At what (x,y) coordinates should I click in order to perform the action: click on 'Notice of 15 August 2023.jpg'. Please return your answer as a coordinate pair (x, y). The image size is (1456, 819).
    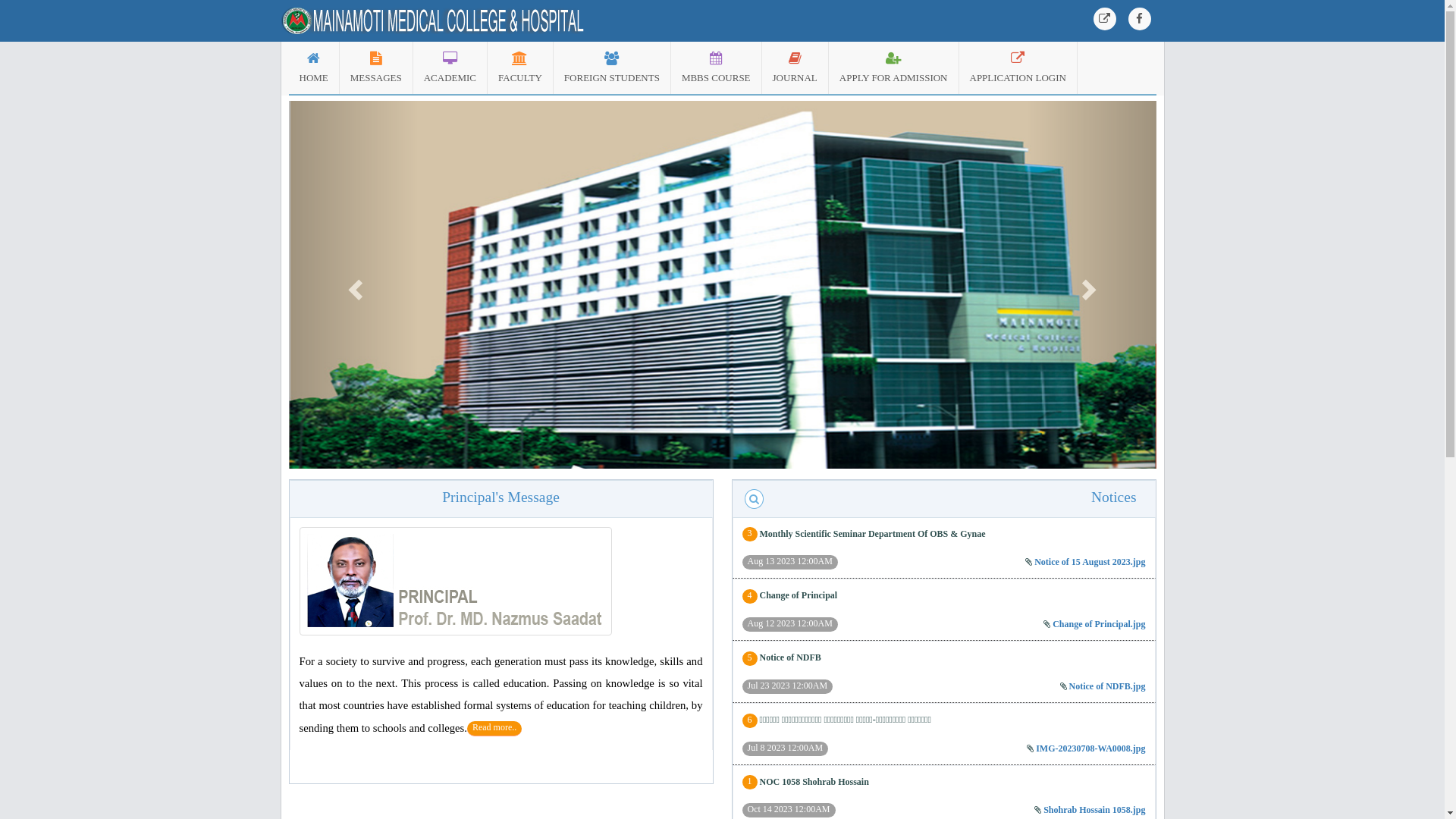
    Looking at the image, I should click on (1088, 561).